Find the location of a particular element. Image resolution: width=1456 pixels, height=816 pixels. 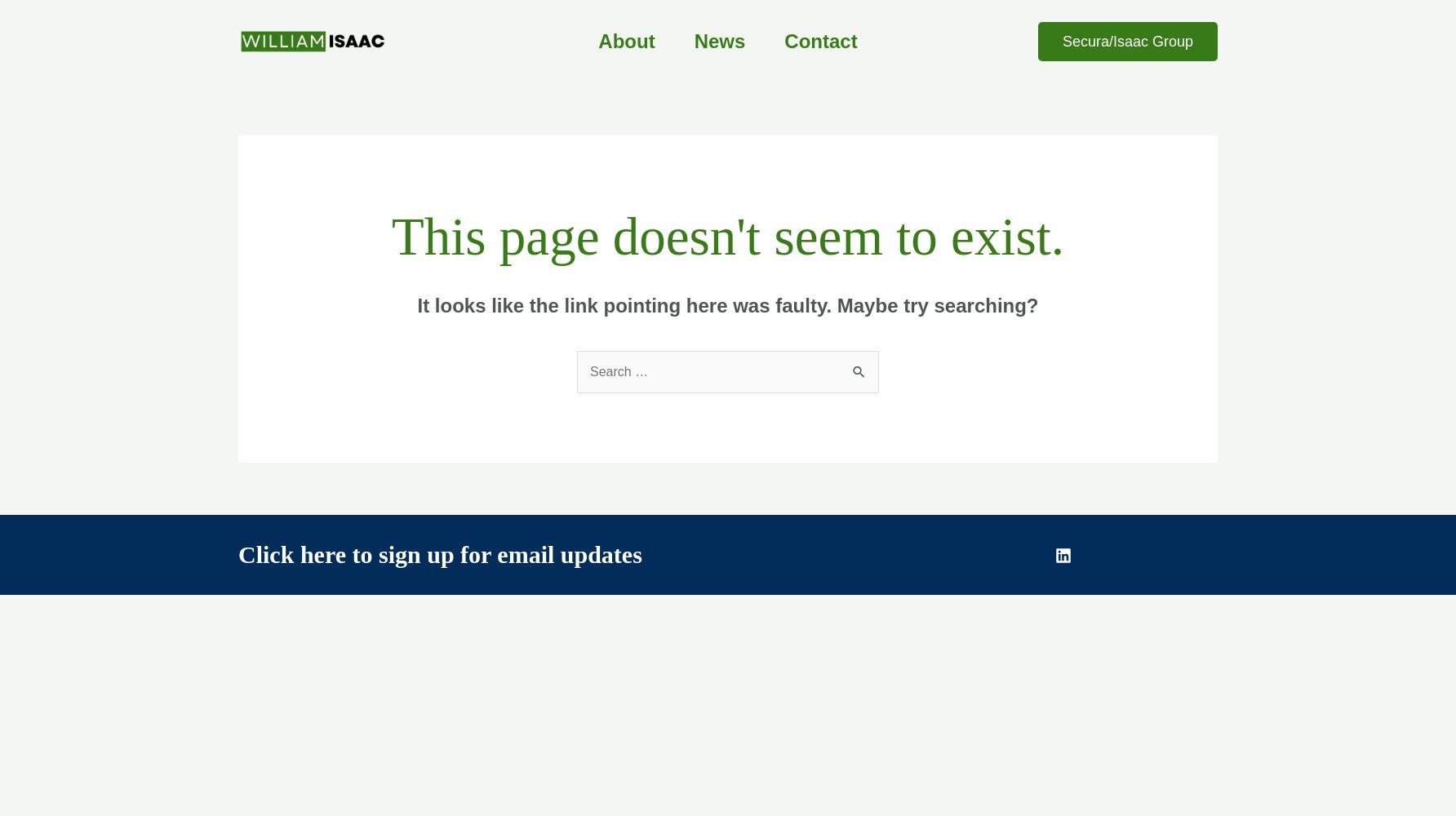

'News' is located at coordinates (718, 41).